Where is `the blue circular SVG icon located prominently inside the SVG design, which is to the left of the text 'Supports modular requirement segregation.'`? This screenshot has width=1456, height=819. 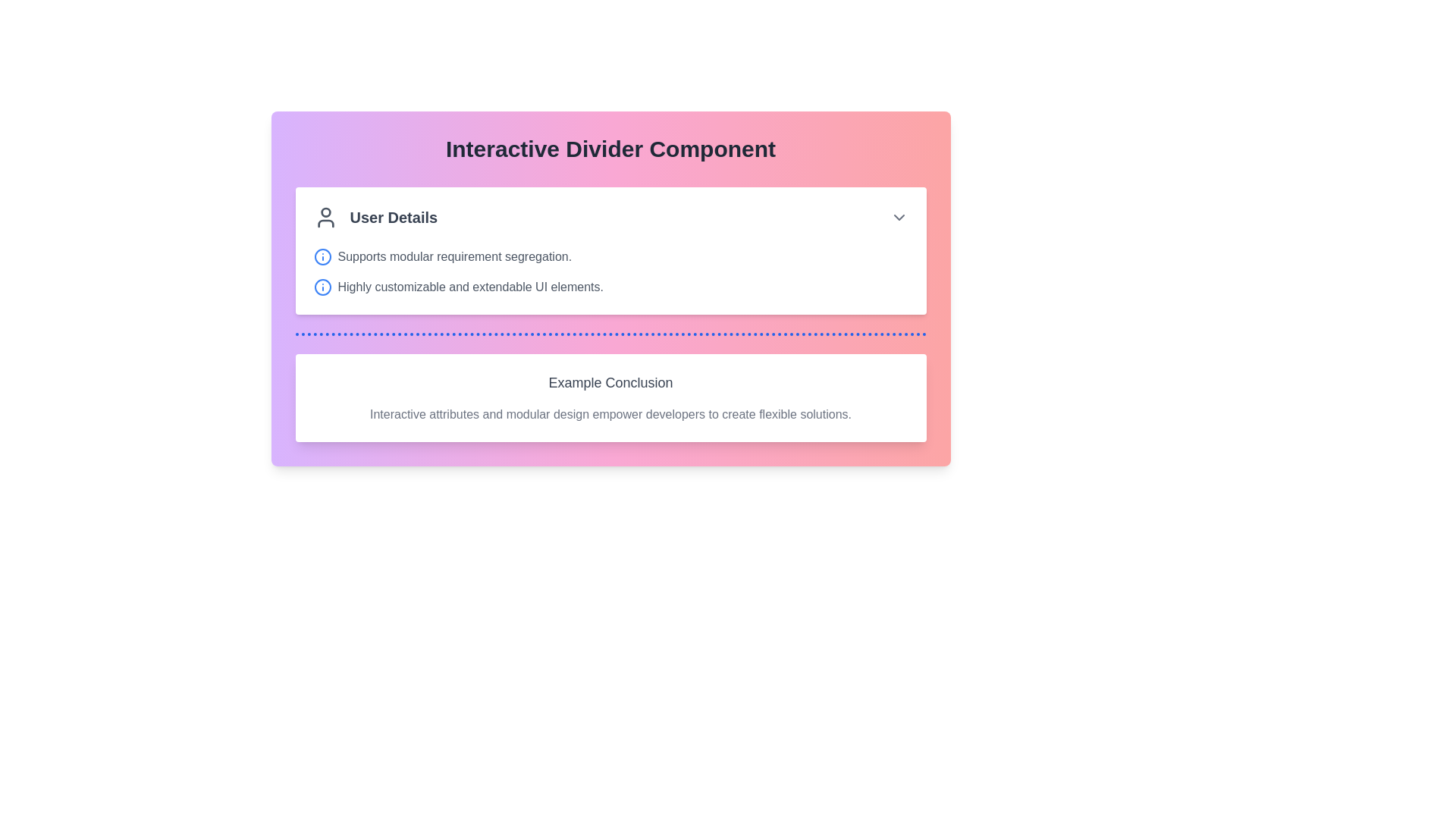
the blue circular SVG icon located prominently inside the SVG design, which is to the left of the text 'Supports modular requirement segregation.' is located at coordinates (322, 287).